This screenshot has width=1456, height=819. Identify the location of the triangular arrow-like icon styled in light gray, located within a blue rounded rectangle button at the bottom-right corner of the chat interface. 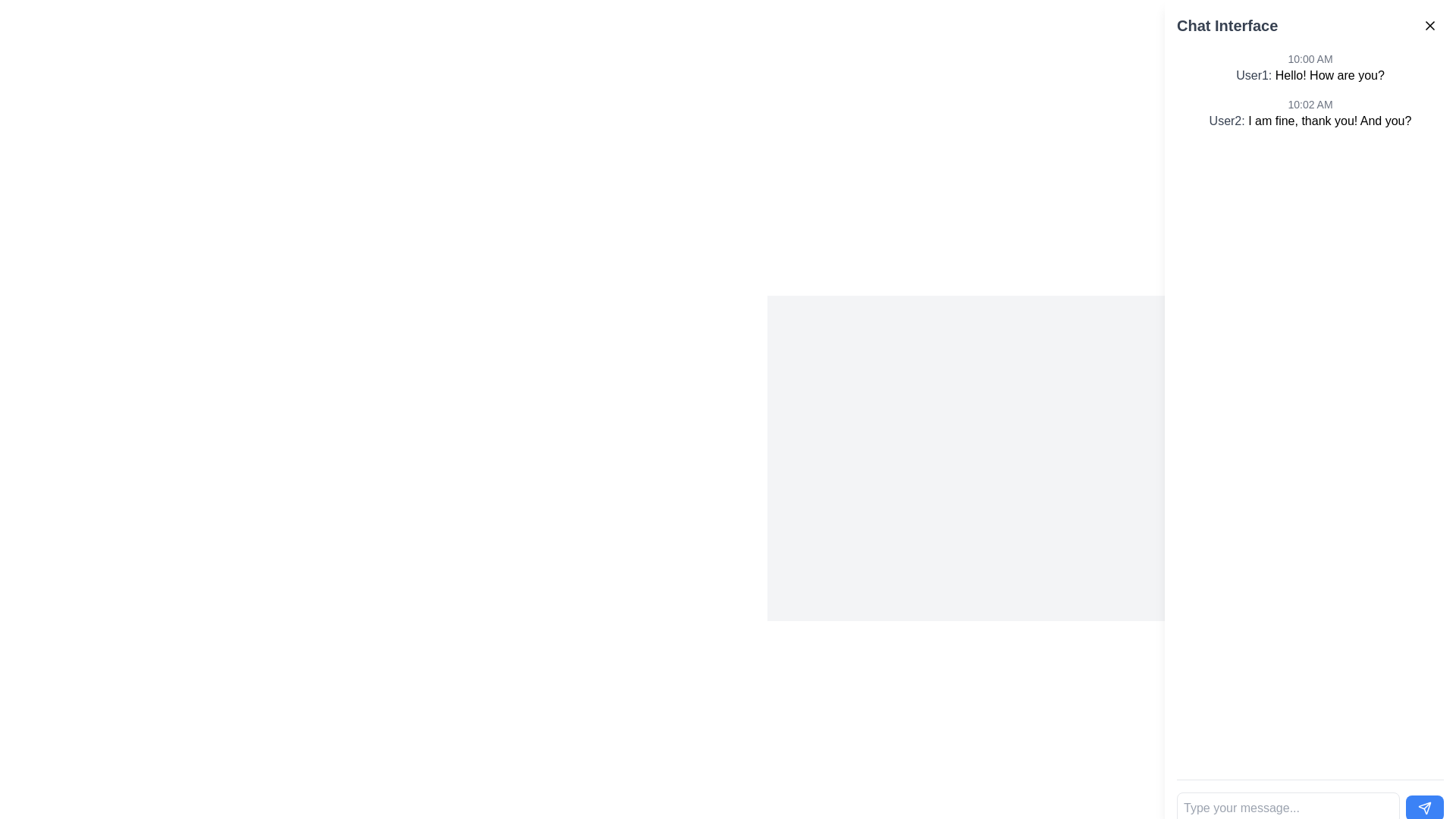
(1423, 807).